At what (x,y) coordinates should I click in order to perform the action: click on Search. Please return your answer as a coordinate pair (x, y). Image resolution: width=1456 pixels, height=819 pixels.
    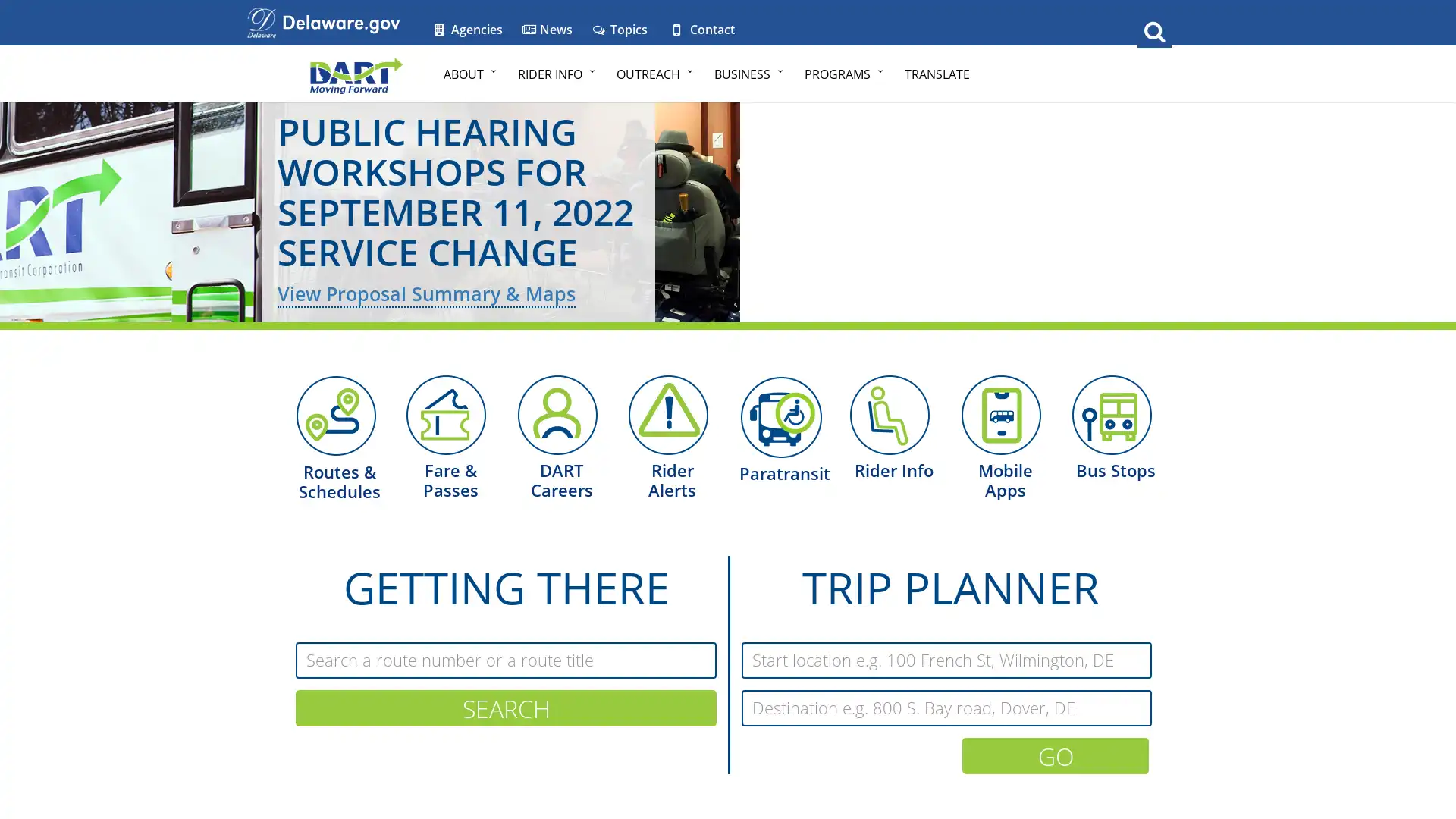
    Looking at the image, I should click on (1153, 30).